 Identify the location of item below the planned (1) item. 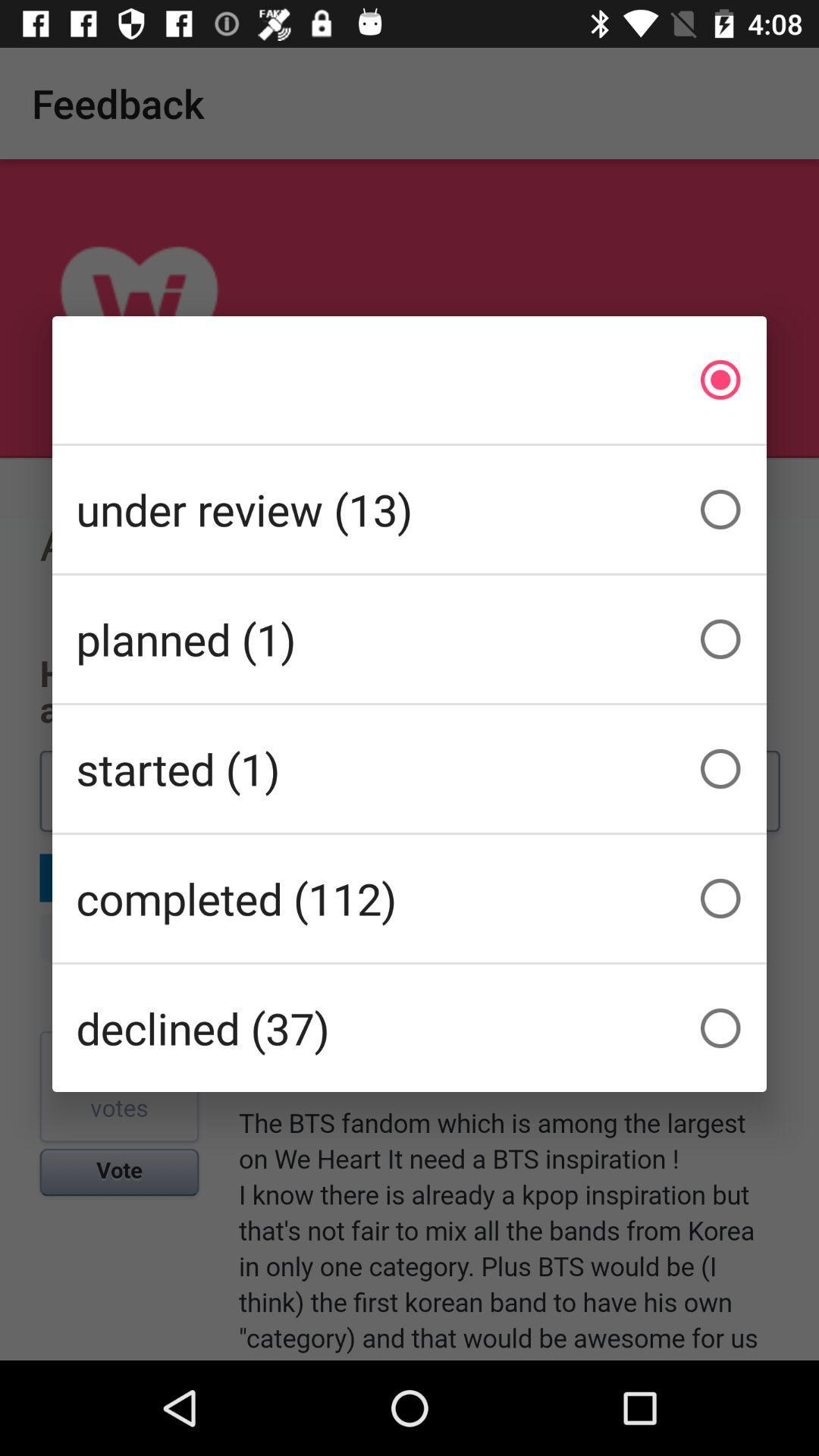
(409, 768).